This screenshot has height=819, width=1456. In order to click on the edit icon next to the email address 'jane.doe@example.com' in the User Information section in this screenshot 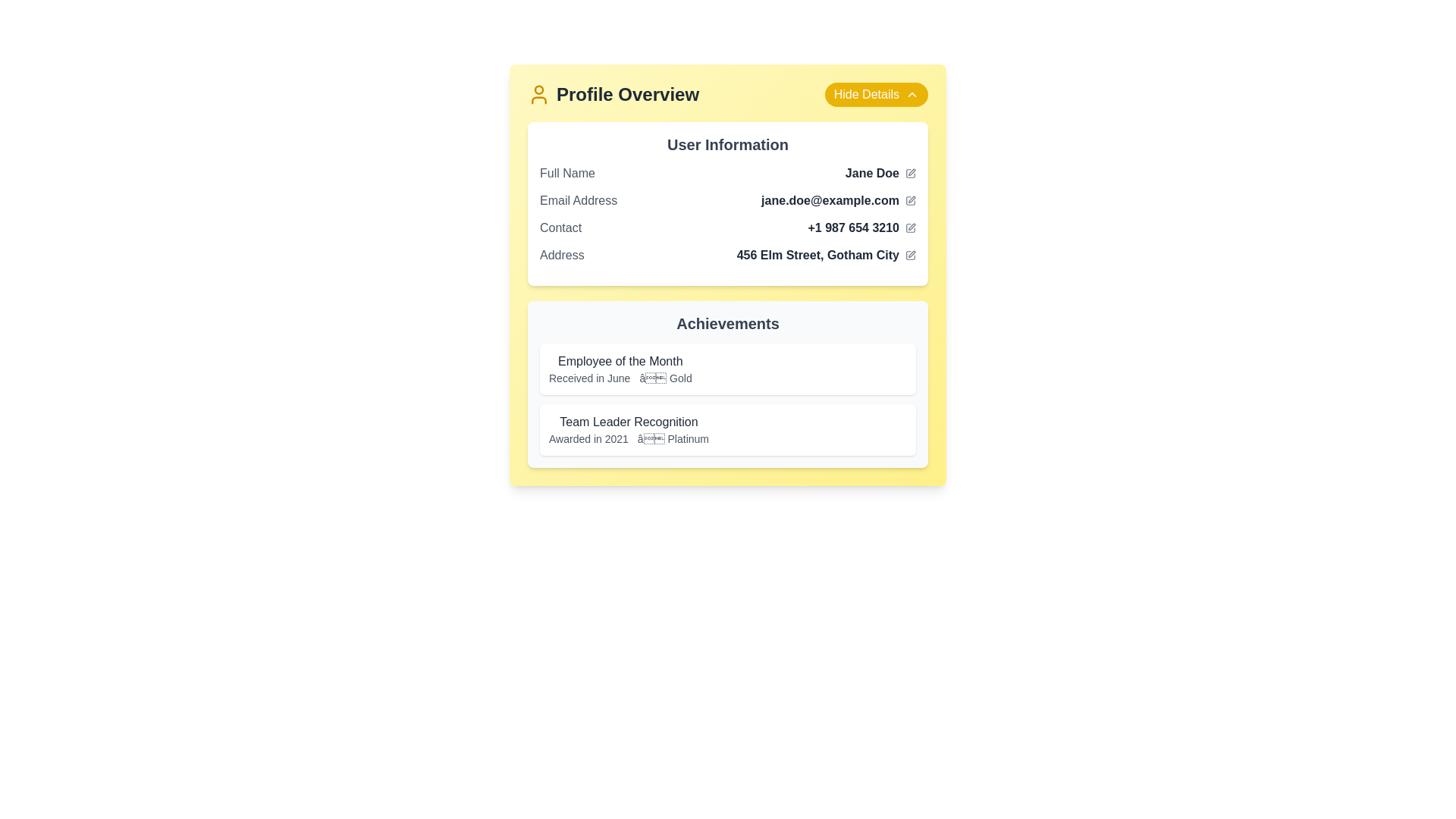, I will do `click(838, 200)`.